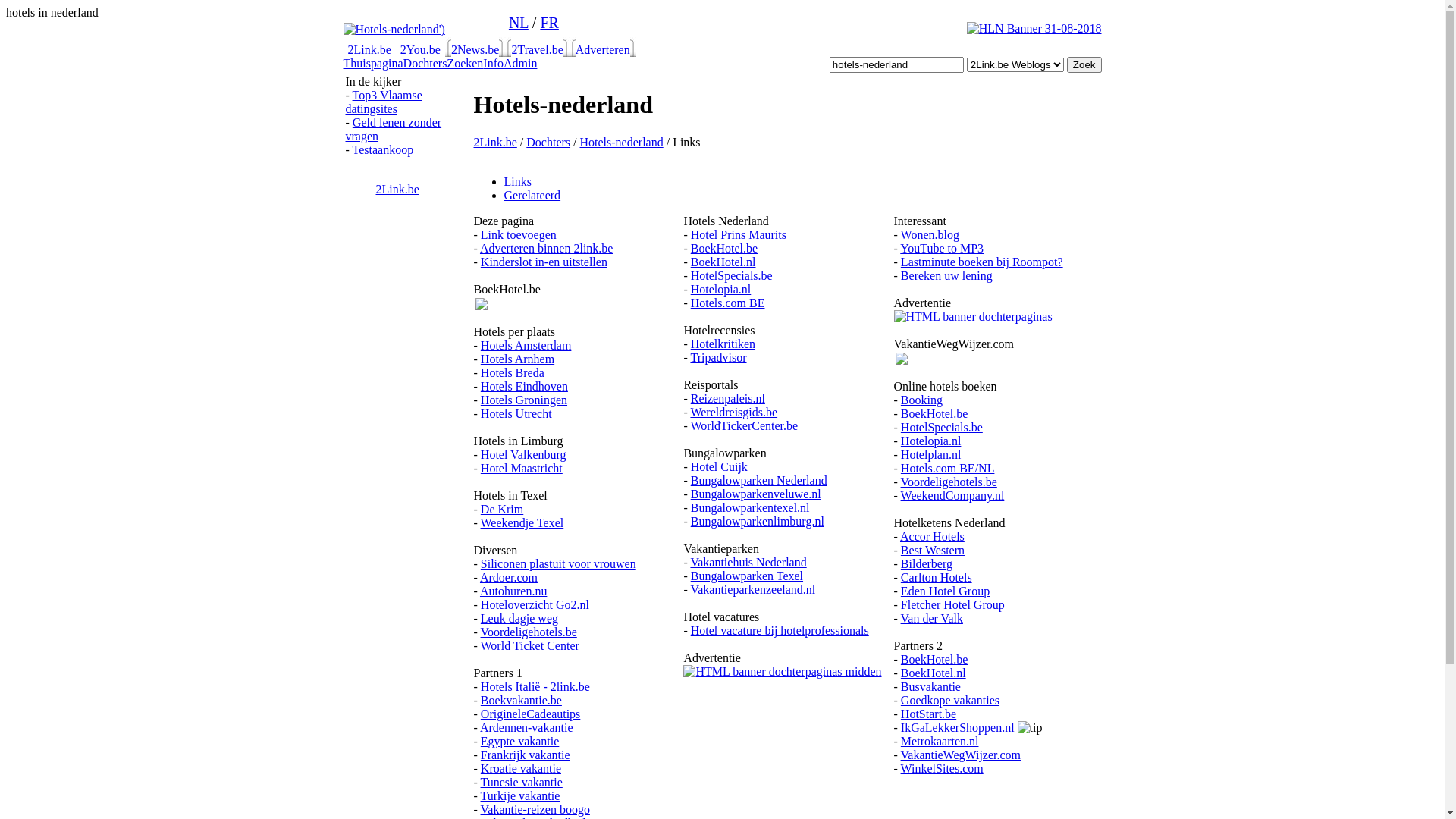 The width and height of the screenshot is (1456, 819). What do you see at coordinates (931, 550) in the screenshot?
I see `'Best Western'` at bounding box center [931, 550].